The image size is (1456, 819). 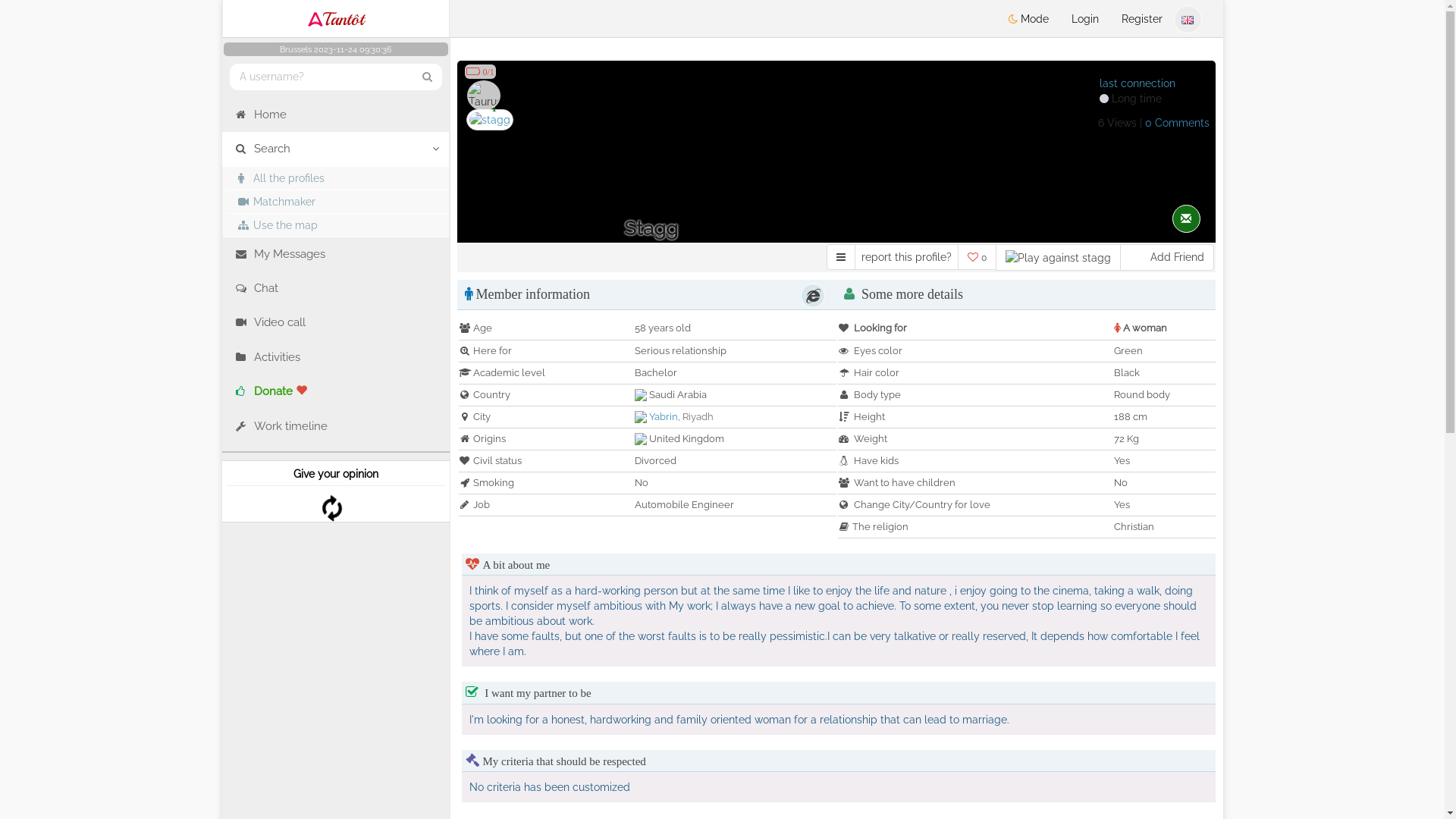 I want to click on 'Yabrin', so click(x=663, y=416).